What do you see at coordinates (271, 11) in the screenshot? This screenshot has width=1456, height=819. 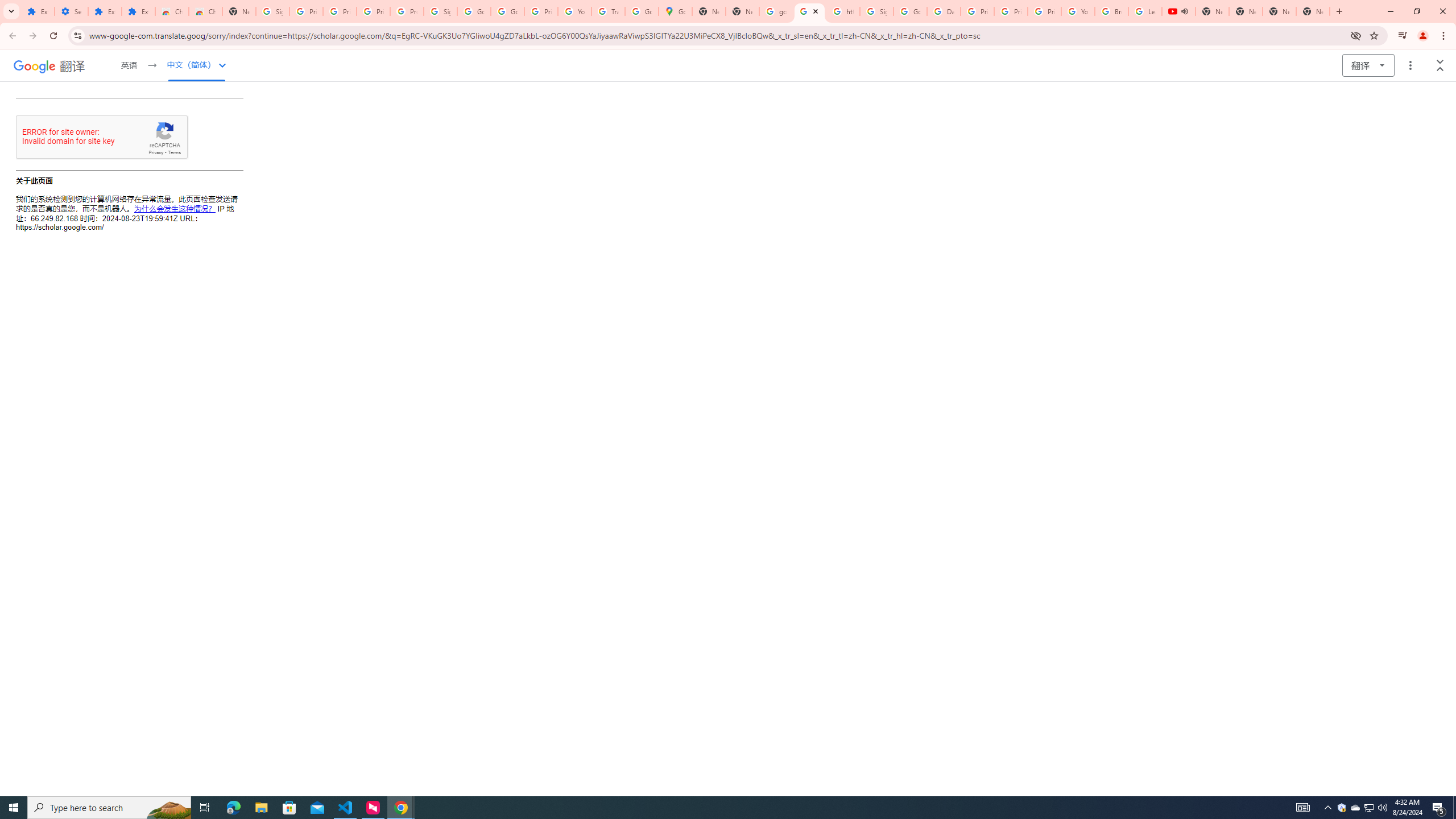 I see `'Sign in - Google Accounts'` at bounding box center [271, 11].